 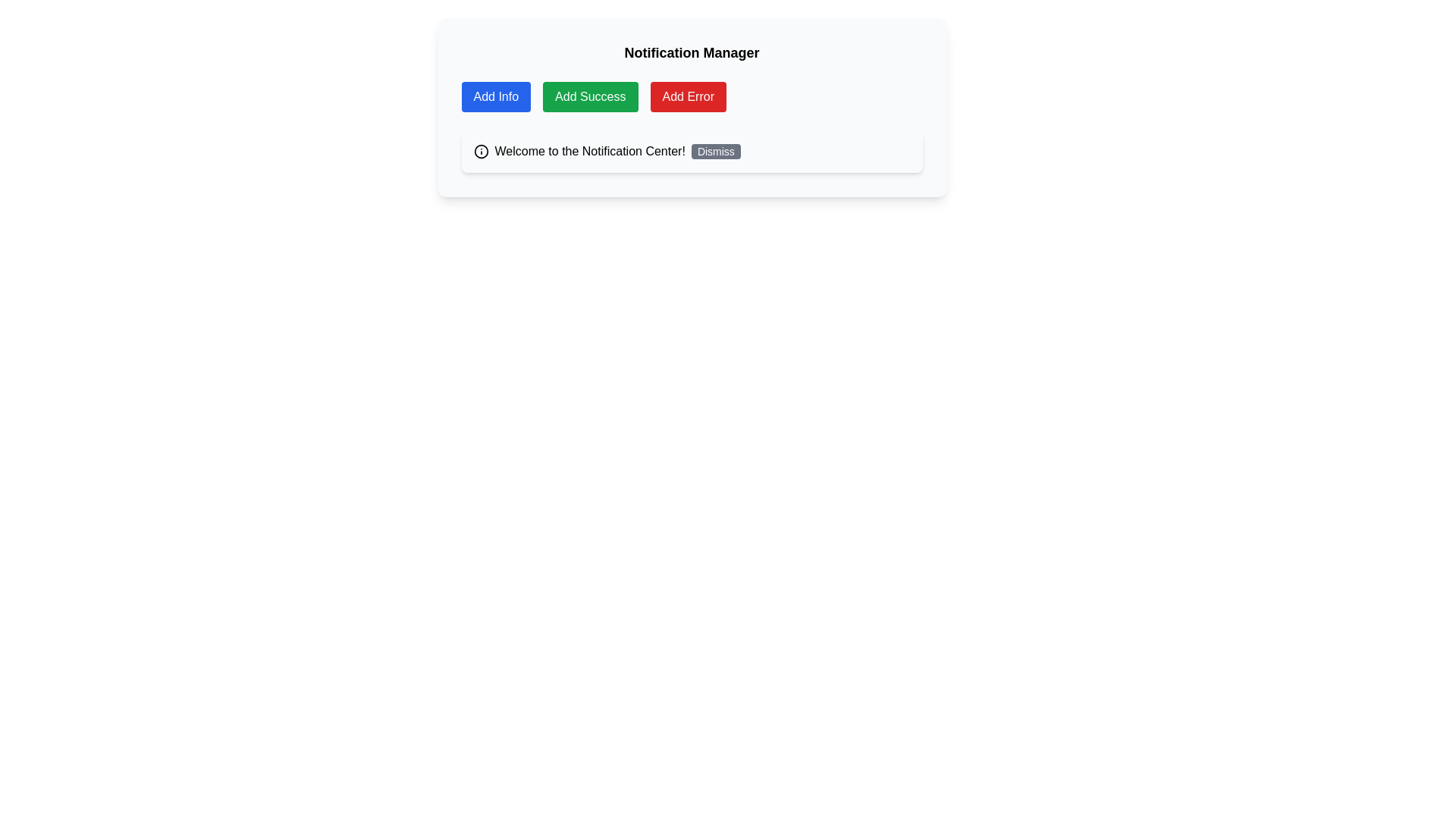 I want to click on the dismiss button located at the top-right corner of the notification message box that displays 'Welcome to the Notification Center!' to change its color, so click(x=715, y=152).